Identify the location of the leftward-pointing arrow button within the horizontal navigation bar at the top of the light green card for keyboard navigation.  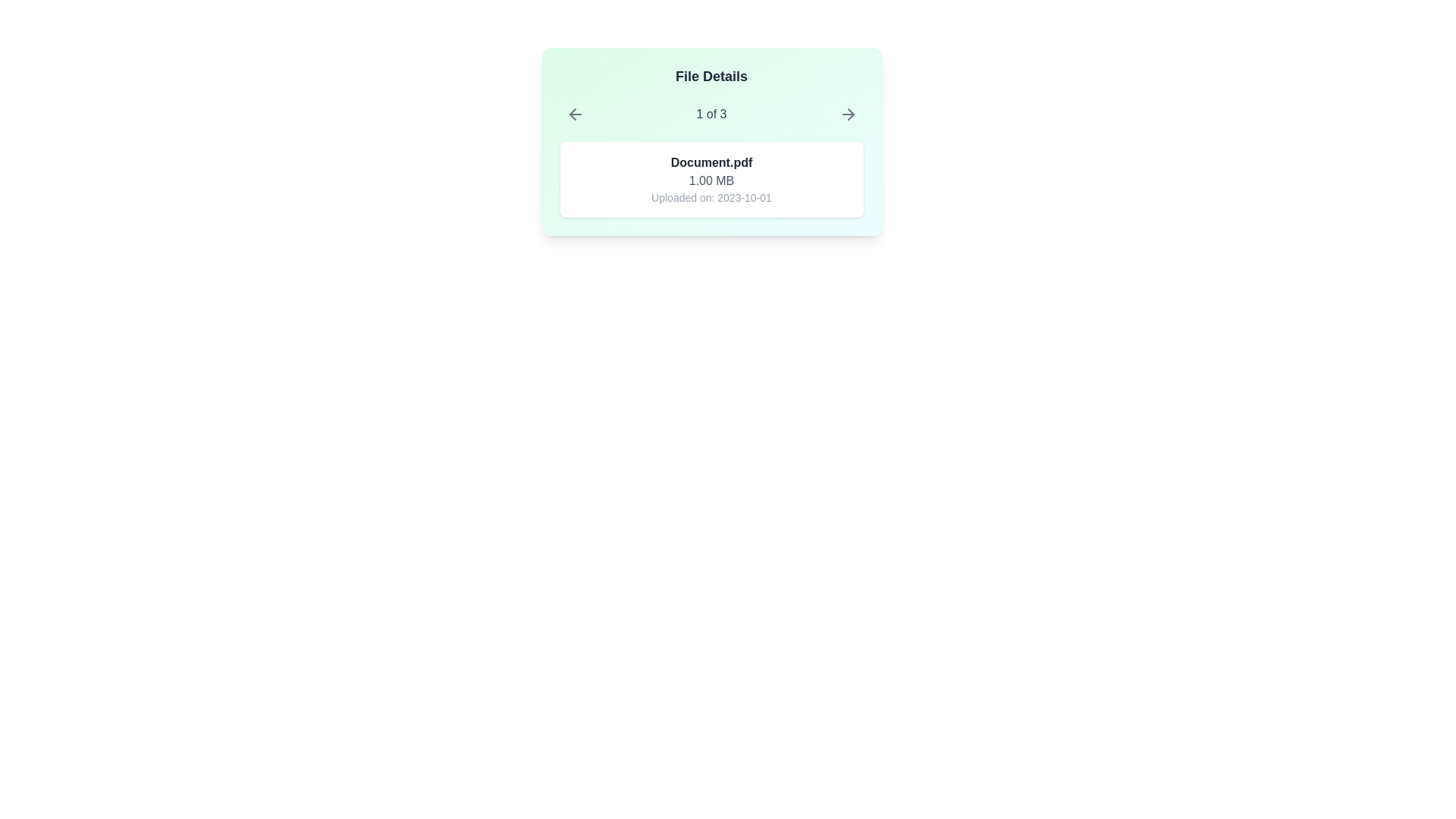
(574, 113).